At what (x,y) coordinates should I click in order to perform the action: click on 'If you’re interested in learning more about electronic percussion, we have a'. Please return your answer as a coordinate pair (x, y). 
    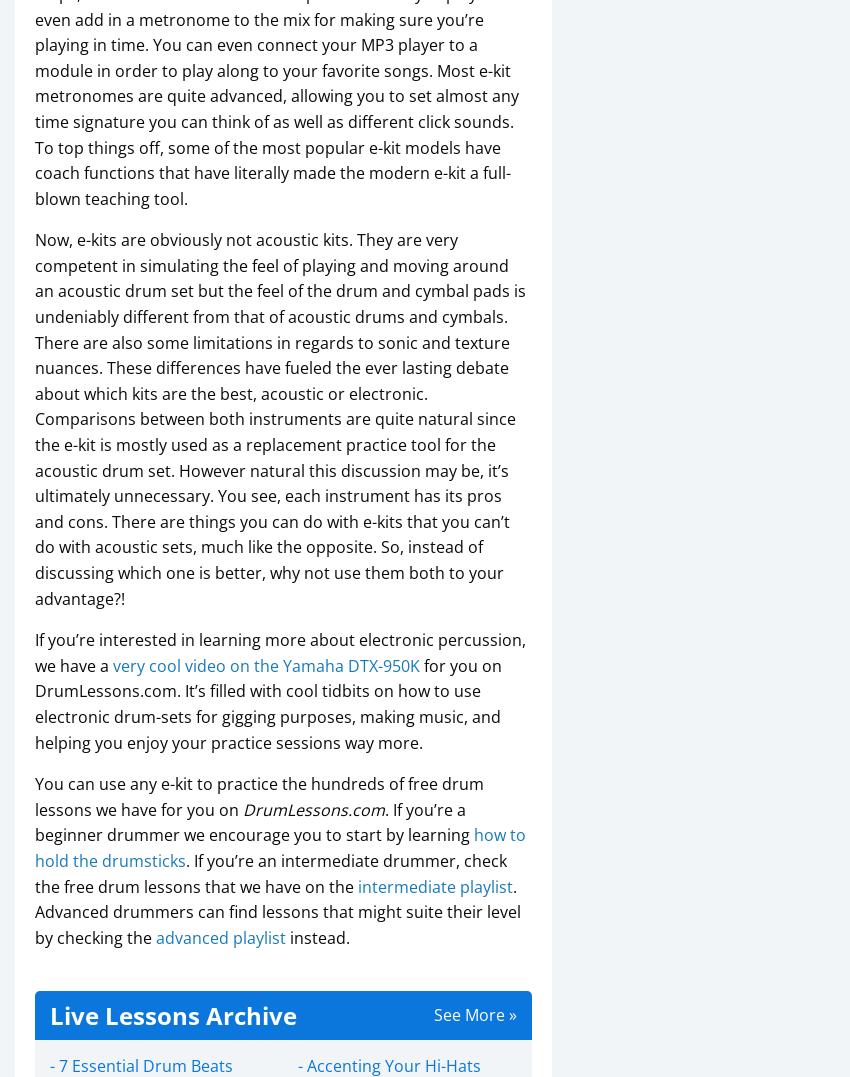
    Looking at the image, I should click on (279, 652).